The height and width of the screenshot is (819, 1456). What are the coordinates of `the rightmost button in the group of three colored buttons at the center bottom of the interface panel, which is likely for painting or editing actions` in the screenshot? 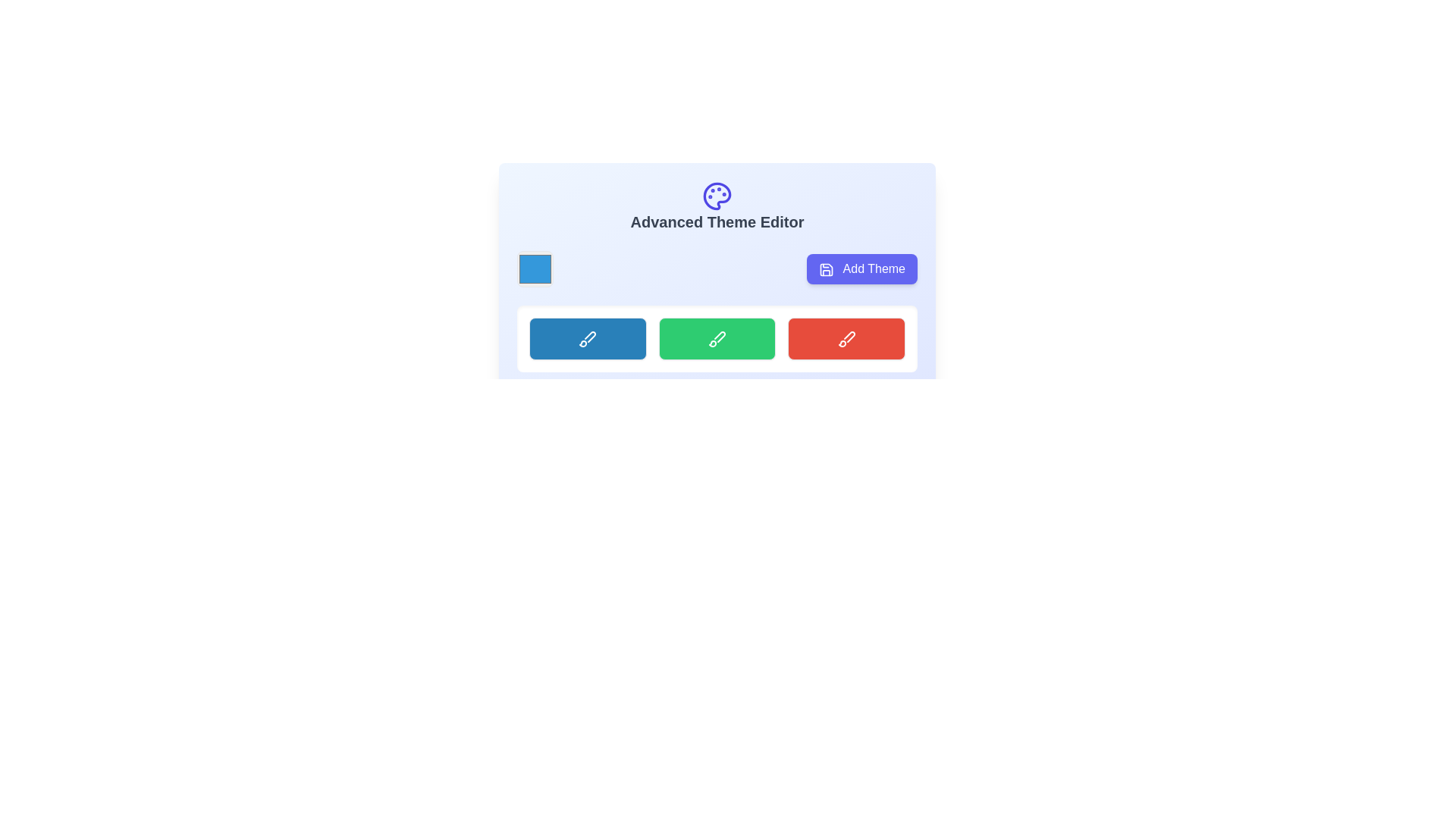 It's located at (846, 338).